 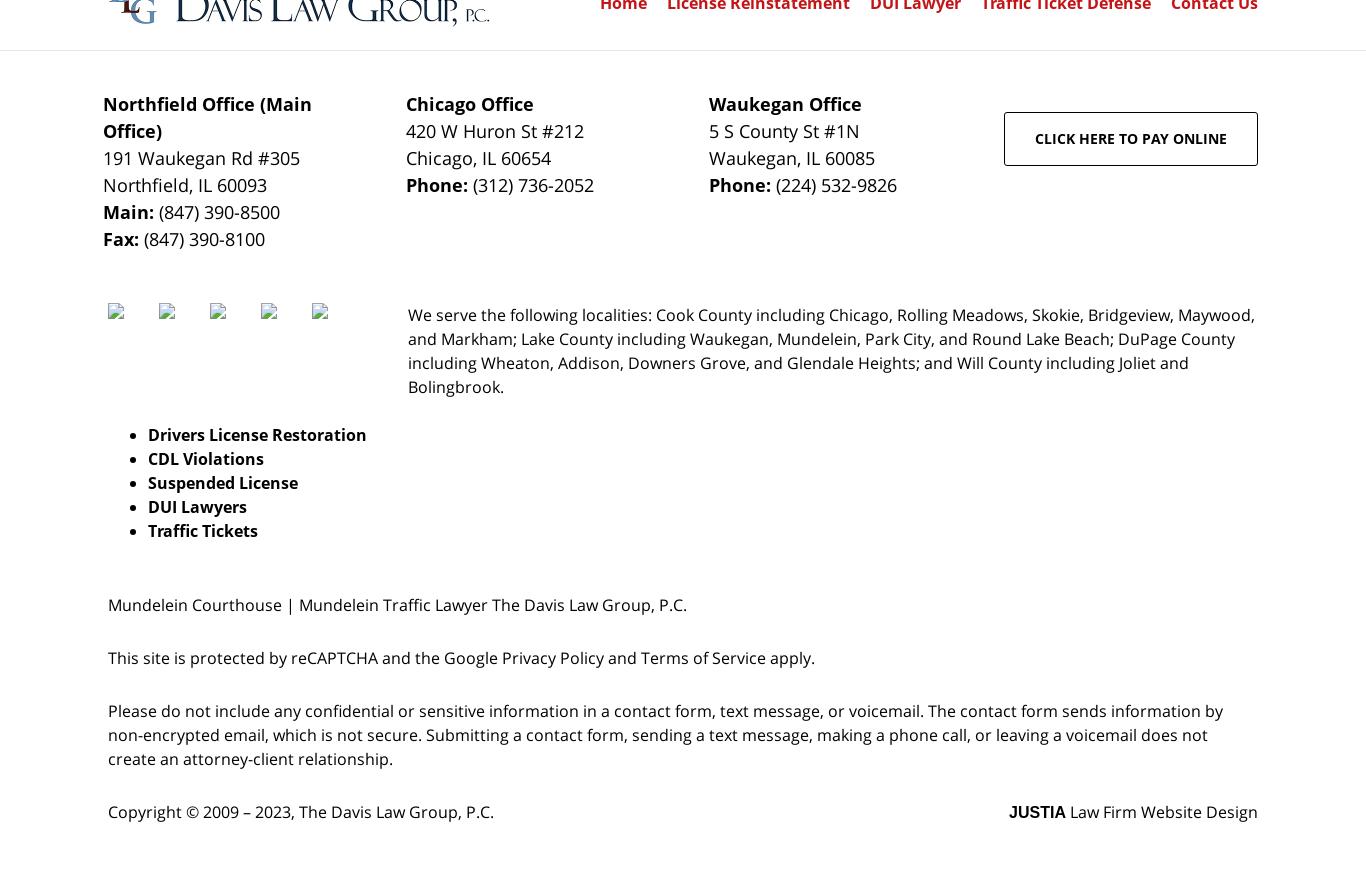 I want to click on 'Main:', so click(x=129, y=212).